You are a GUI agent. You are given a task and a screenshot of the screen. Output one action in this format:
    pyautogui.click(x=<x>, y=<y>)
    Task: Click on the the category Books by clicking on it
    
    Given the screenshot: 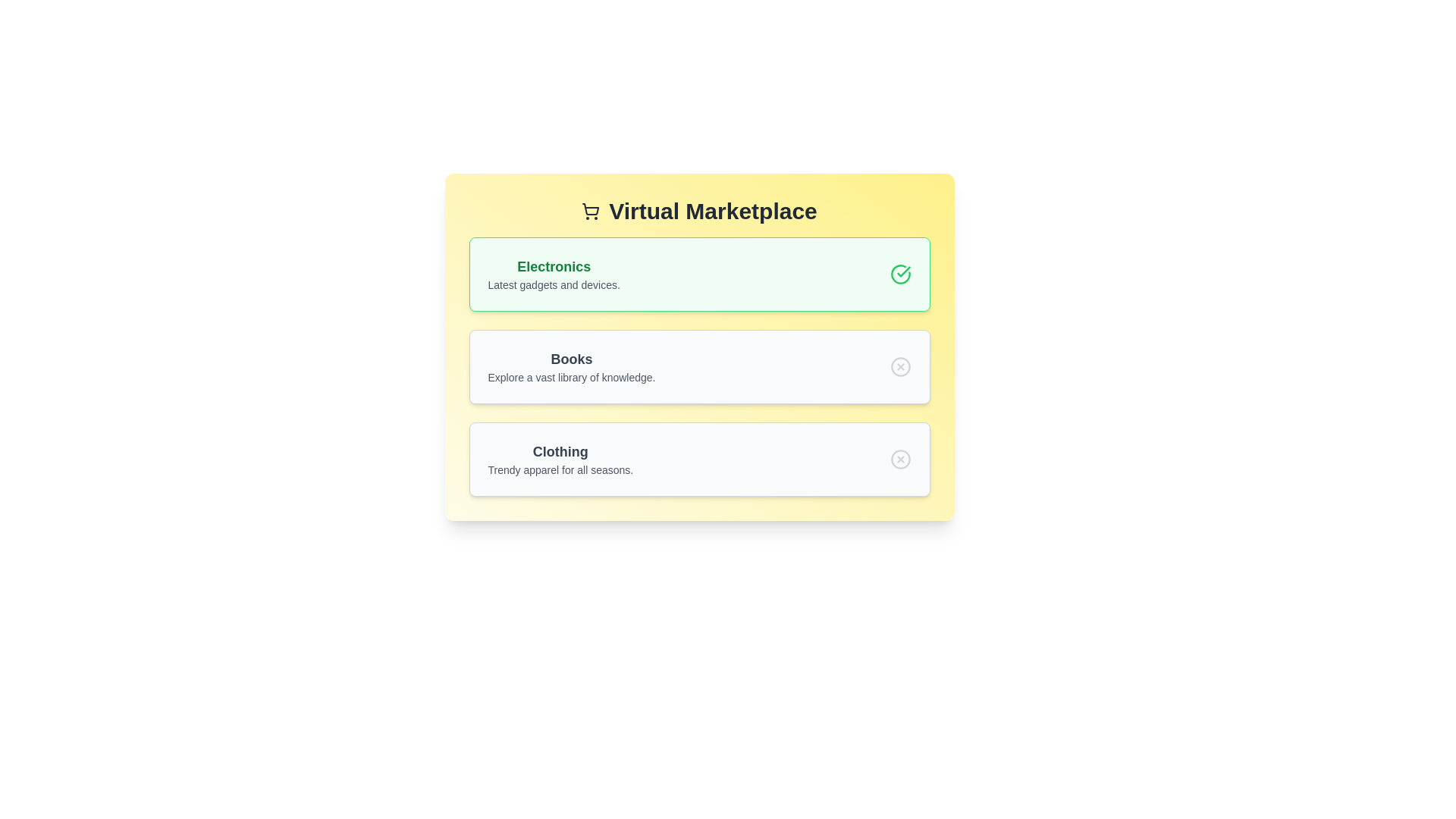 What is the action you would take?
    pyautogui.click(x=698, y=366)
    